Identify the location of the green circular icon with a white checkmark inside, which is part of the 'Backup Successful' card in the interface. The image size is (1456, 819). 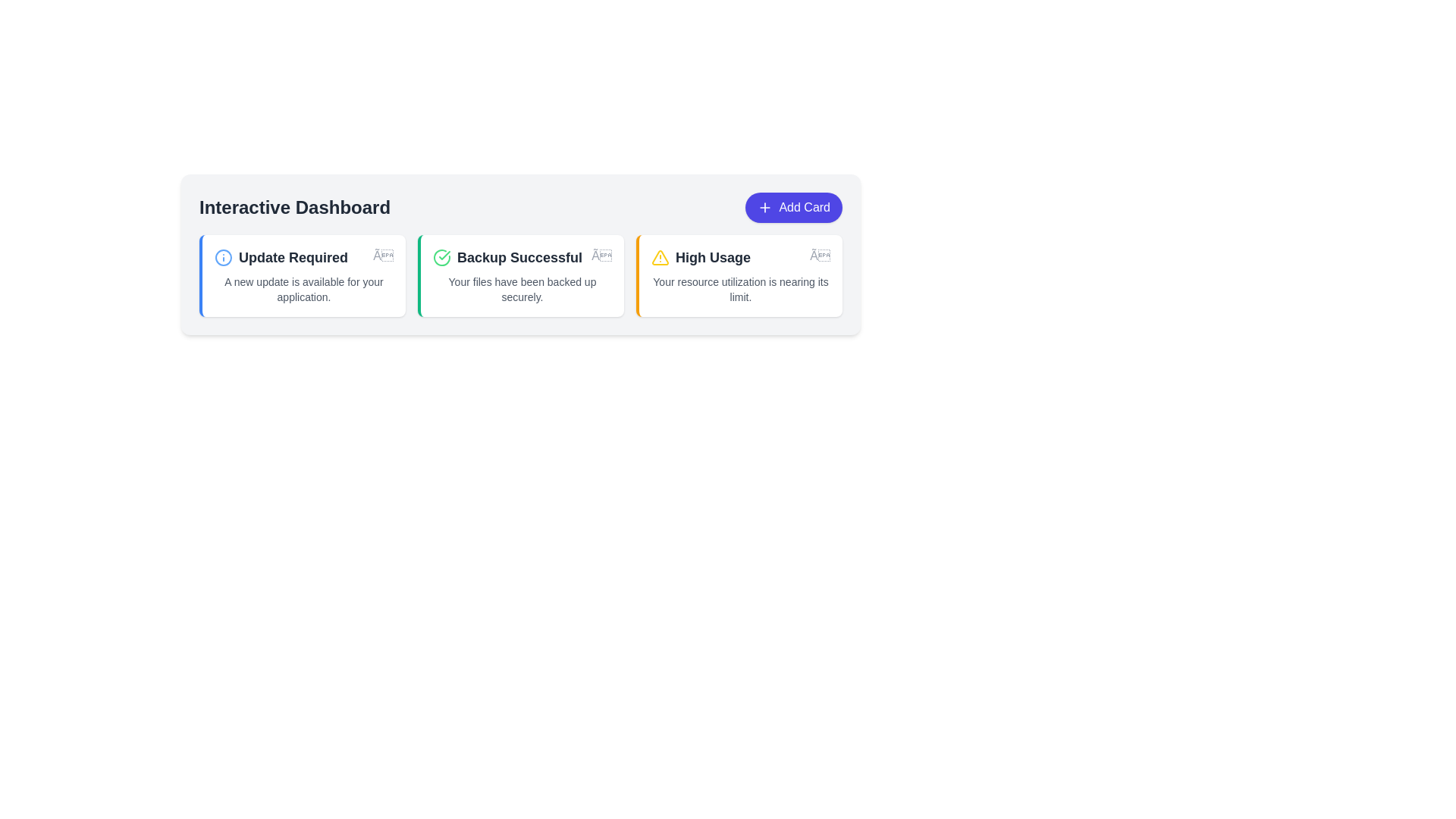
(441, 256).